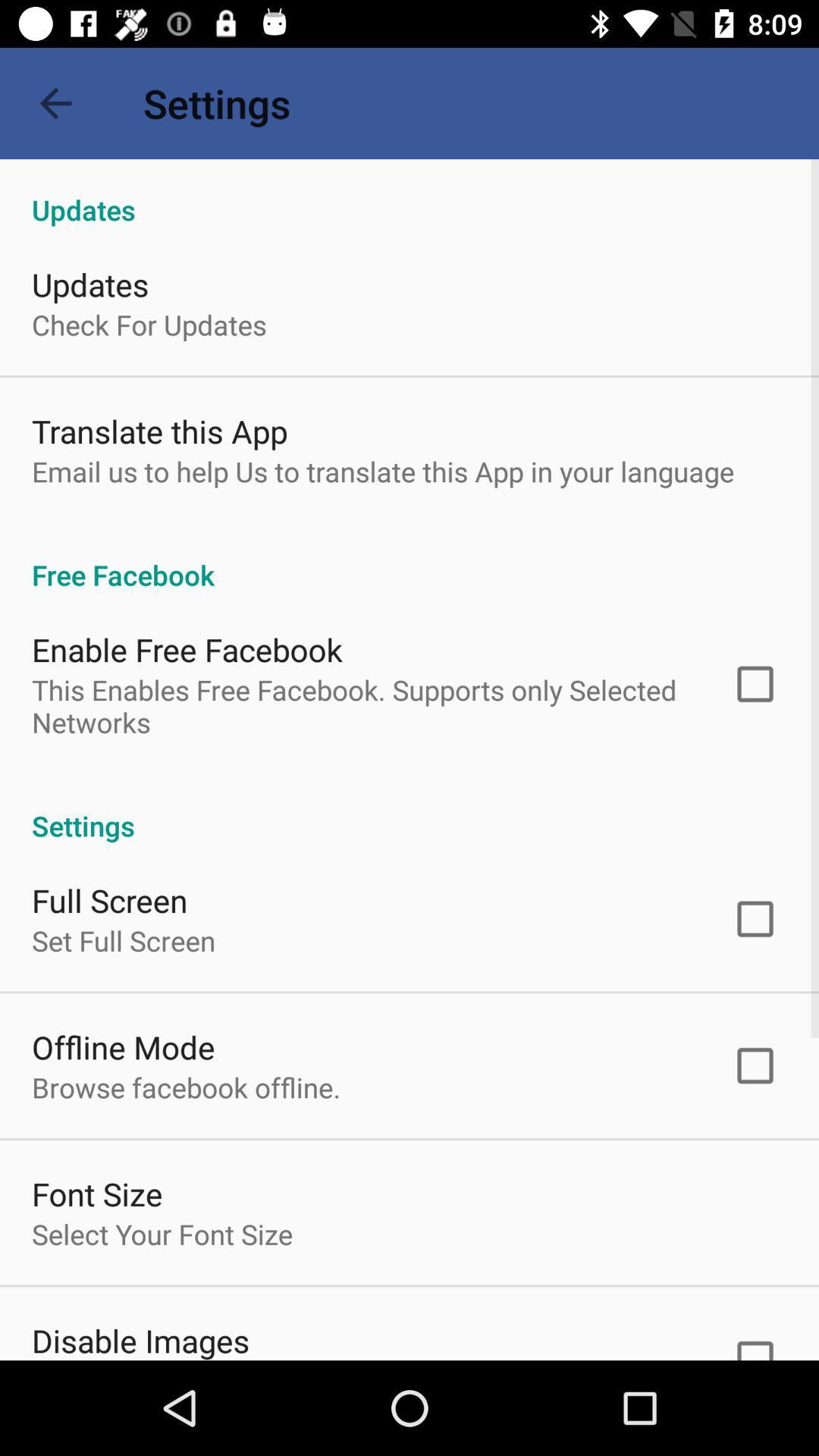 This screenshot has height=1456, width=819. I want to click on the item above the browse facebook offline. icon, so click(122, 1046).